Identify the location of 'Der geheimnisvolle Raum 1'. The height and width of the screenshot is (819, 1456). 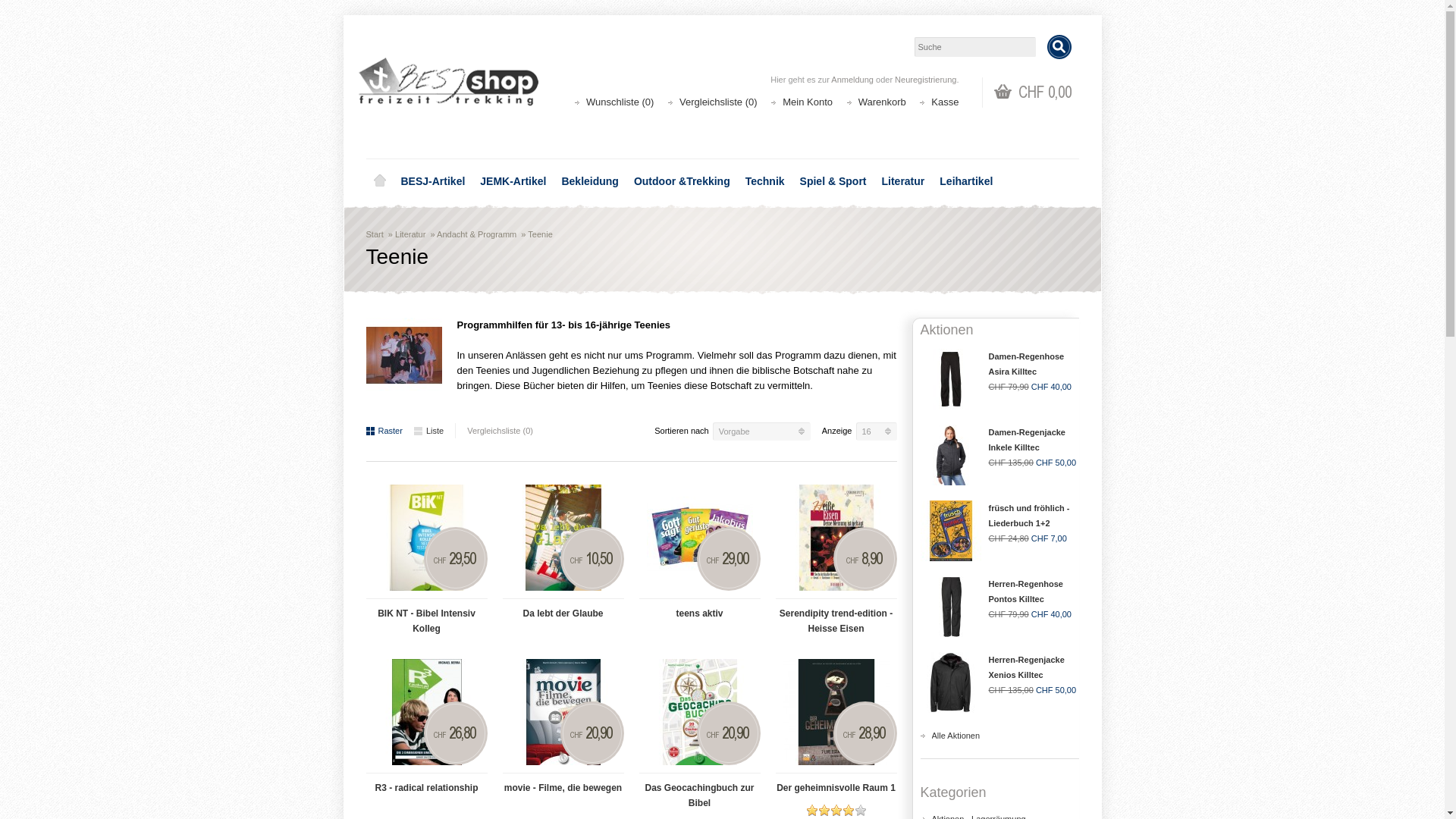
(835, 711).